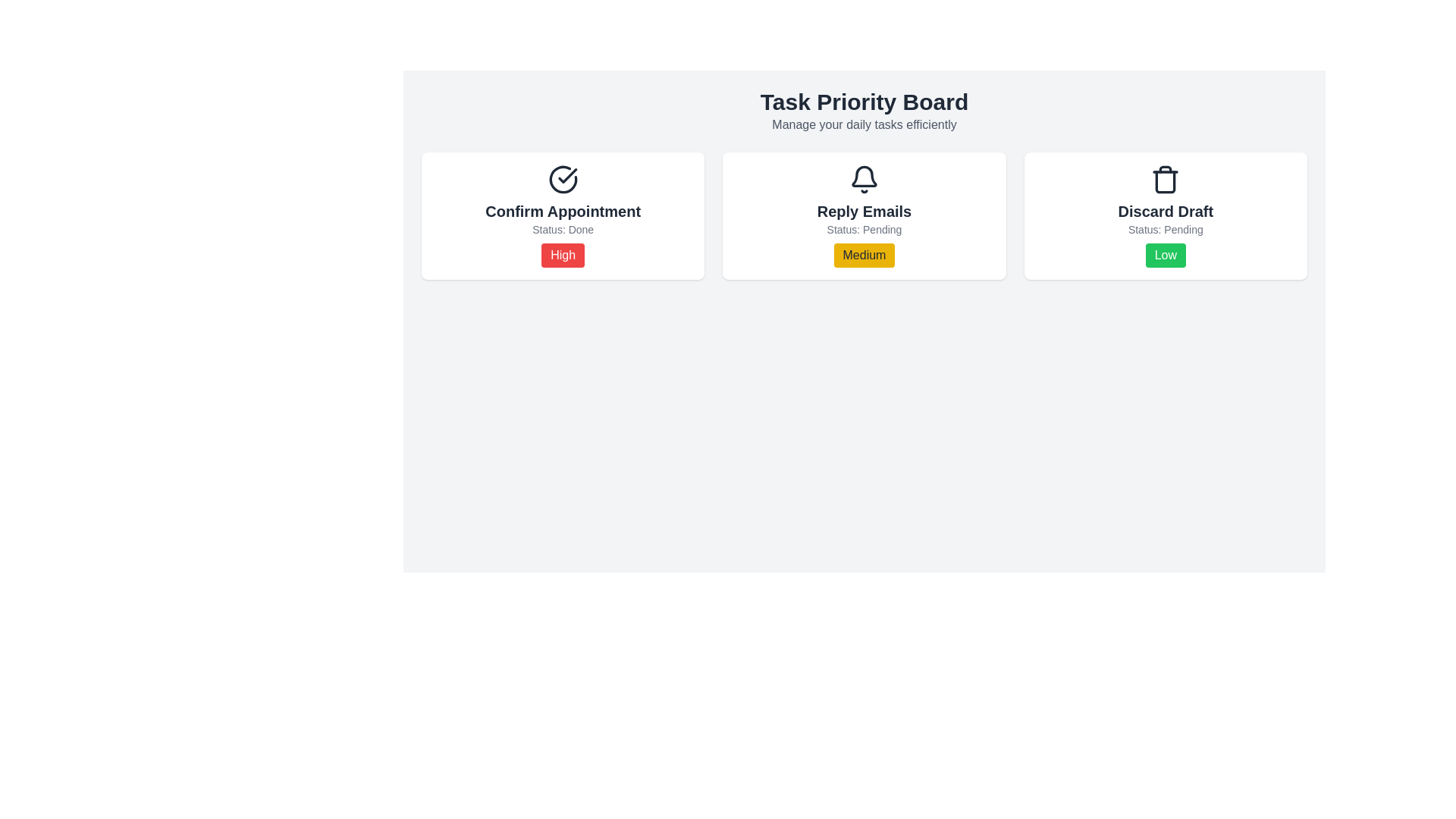 The height and width of the screenshot is (819, 1456). I want to click on the 'Confirm Appointment' text label located at the upper center of the task card interface, positioned below the icon and above the status indicator that displays 'High', so click(562, 211).